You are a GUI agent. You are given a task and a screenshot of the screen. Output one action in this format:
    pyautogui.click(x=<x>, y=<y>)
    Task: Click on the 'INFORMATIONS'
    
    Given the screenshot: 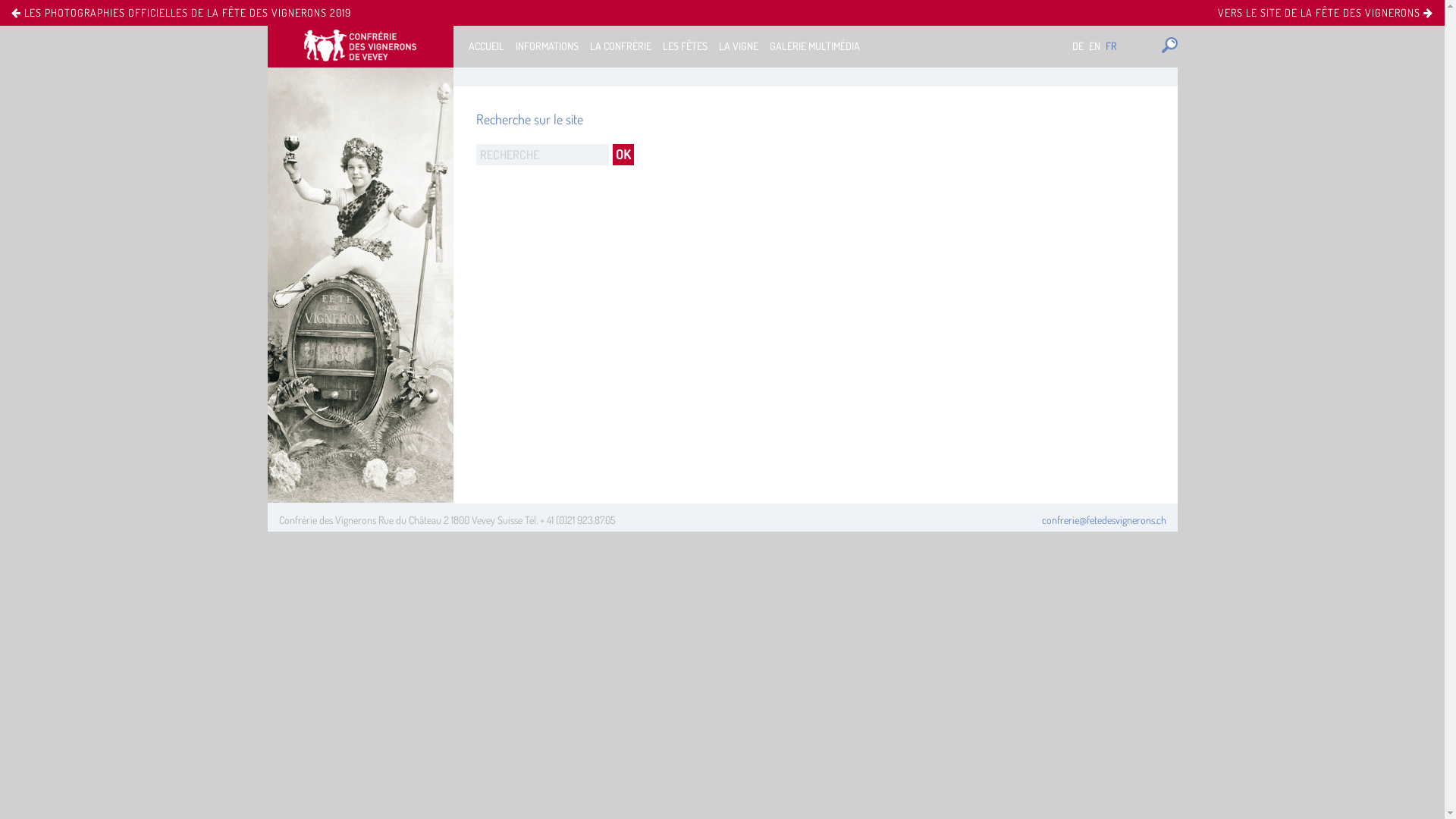 What is the action you would take?
    pyautogui.click(x=546, y=45)
    